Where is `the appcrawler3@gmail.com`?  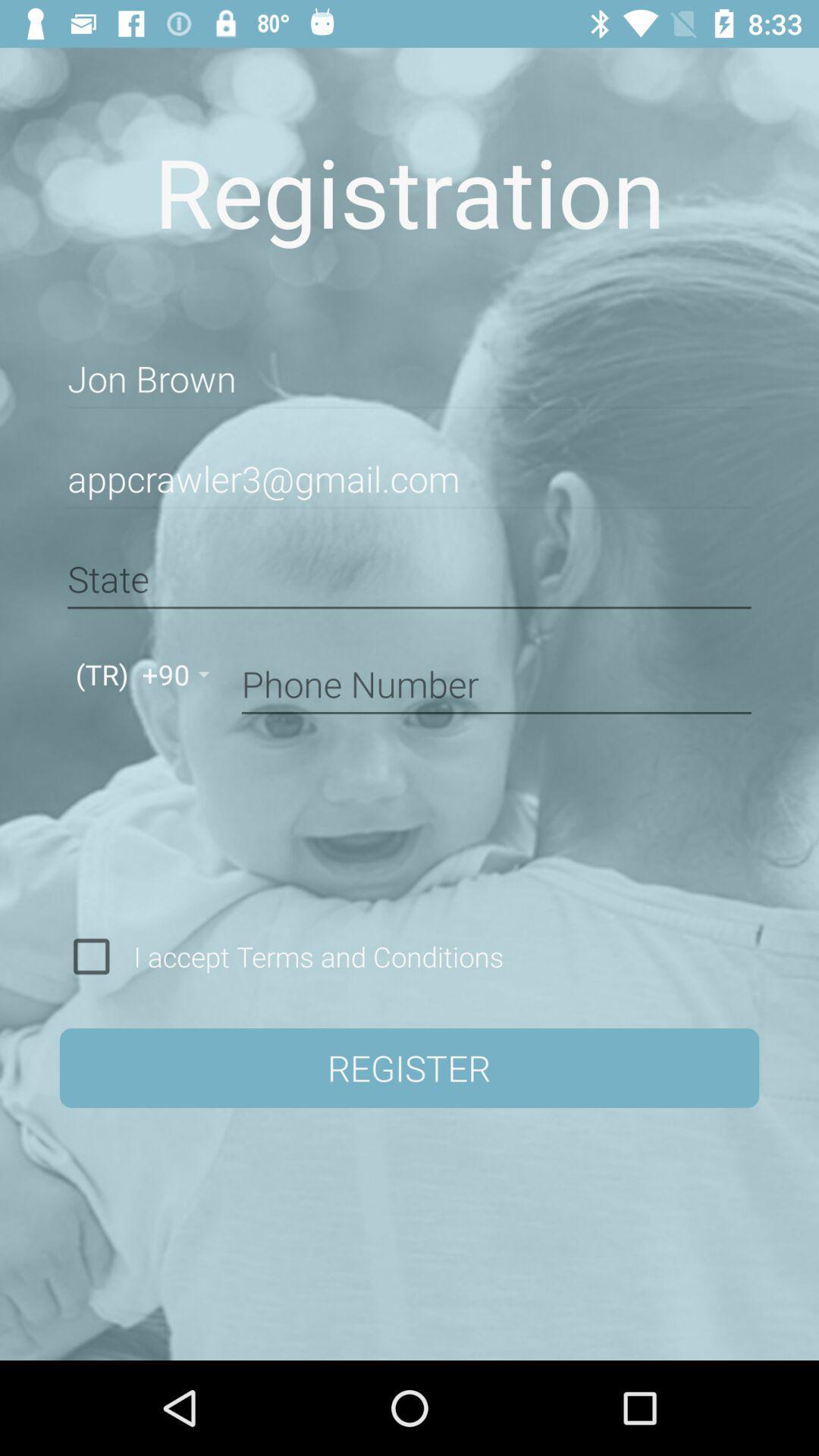
the appcrawler3@gmail.com is located at coordinates (409, 479).